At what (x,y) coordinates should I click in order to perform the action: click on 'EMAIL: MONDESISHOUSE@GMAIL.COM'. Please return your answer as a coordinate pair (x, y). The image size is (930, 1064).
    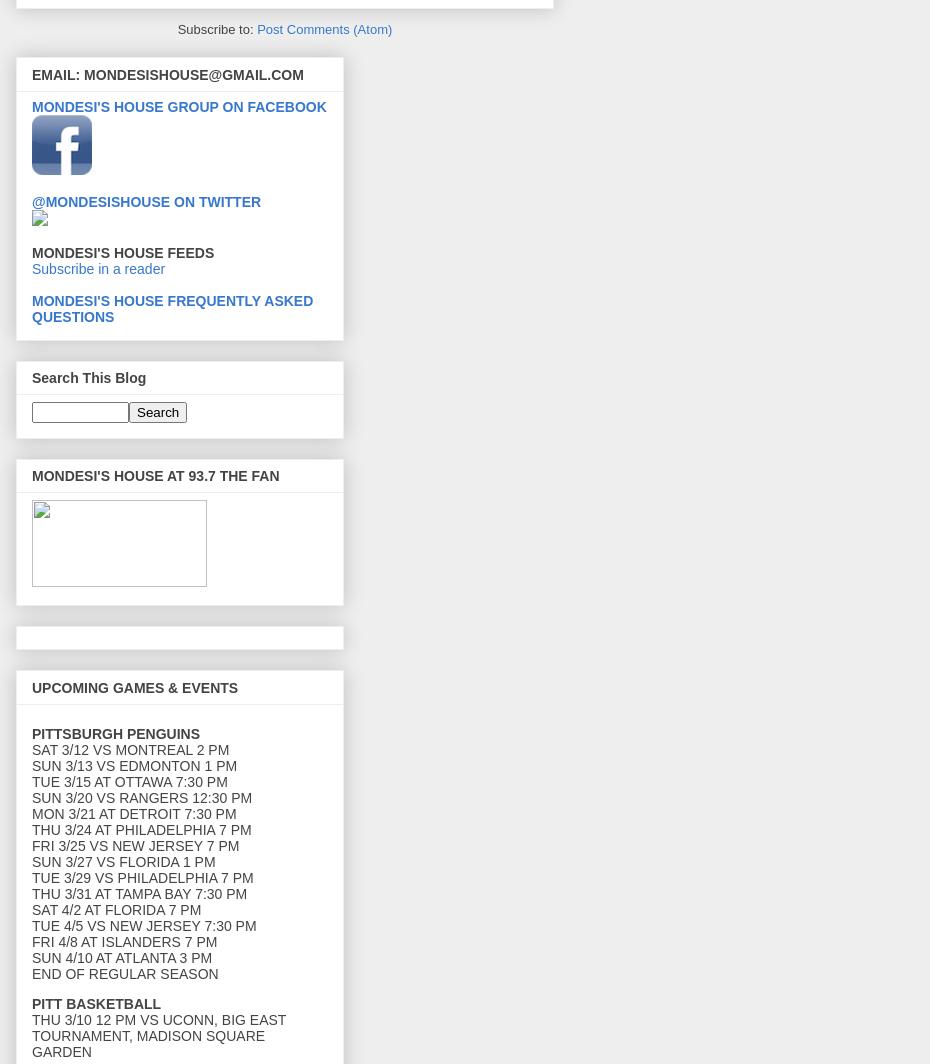
    Looking at the image, I should click on (30, 73).